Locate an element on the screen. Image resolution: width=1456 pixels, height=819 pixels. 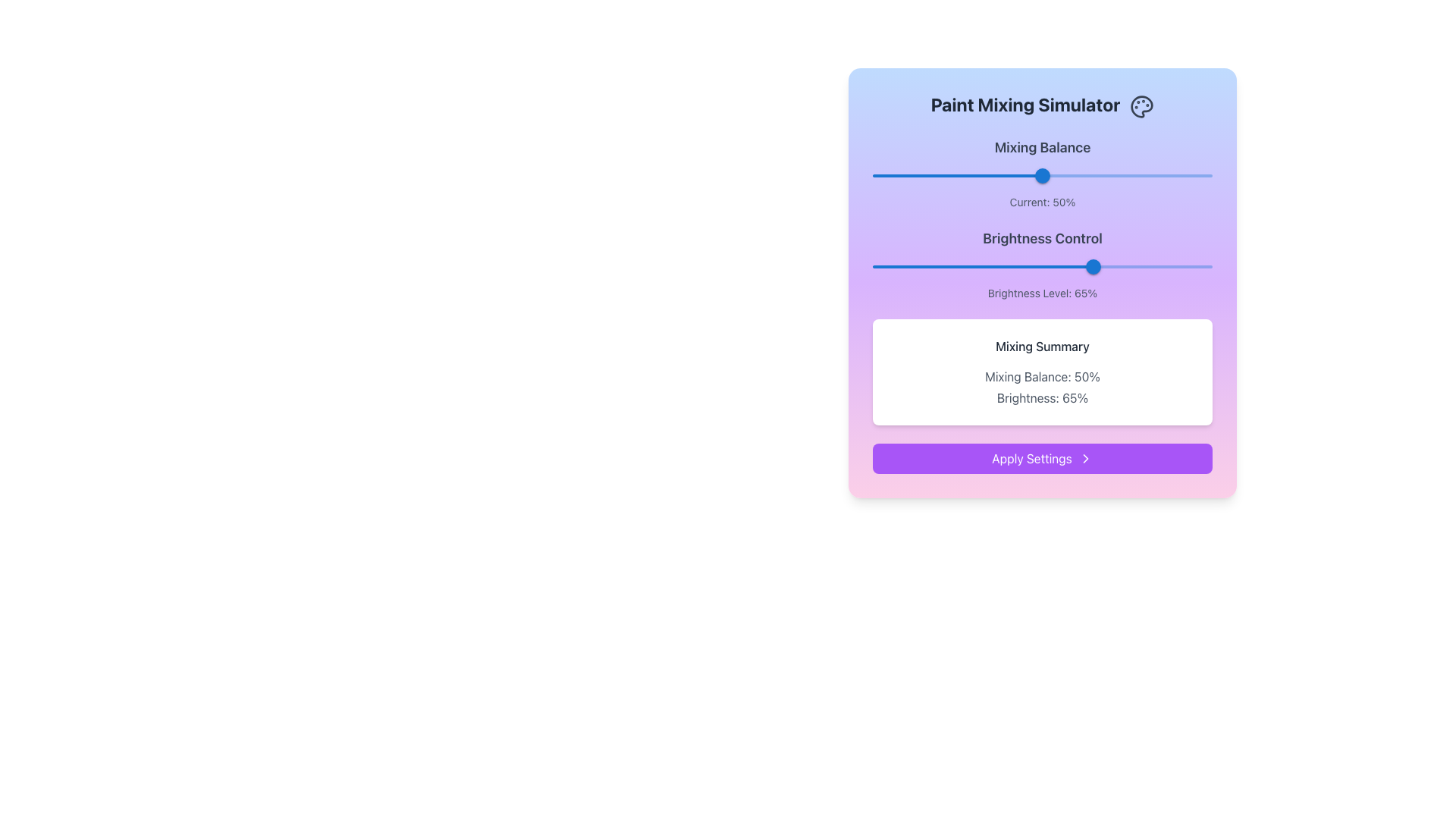
Mixing Balance is located at coordinates (1061, 174).